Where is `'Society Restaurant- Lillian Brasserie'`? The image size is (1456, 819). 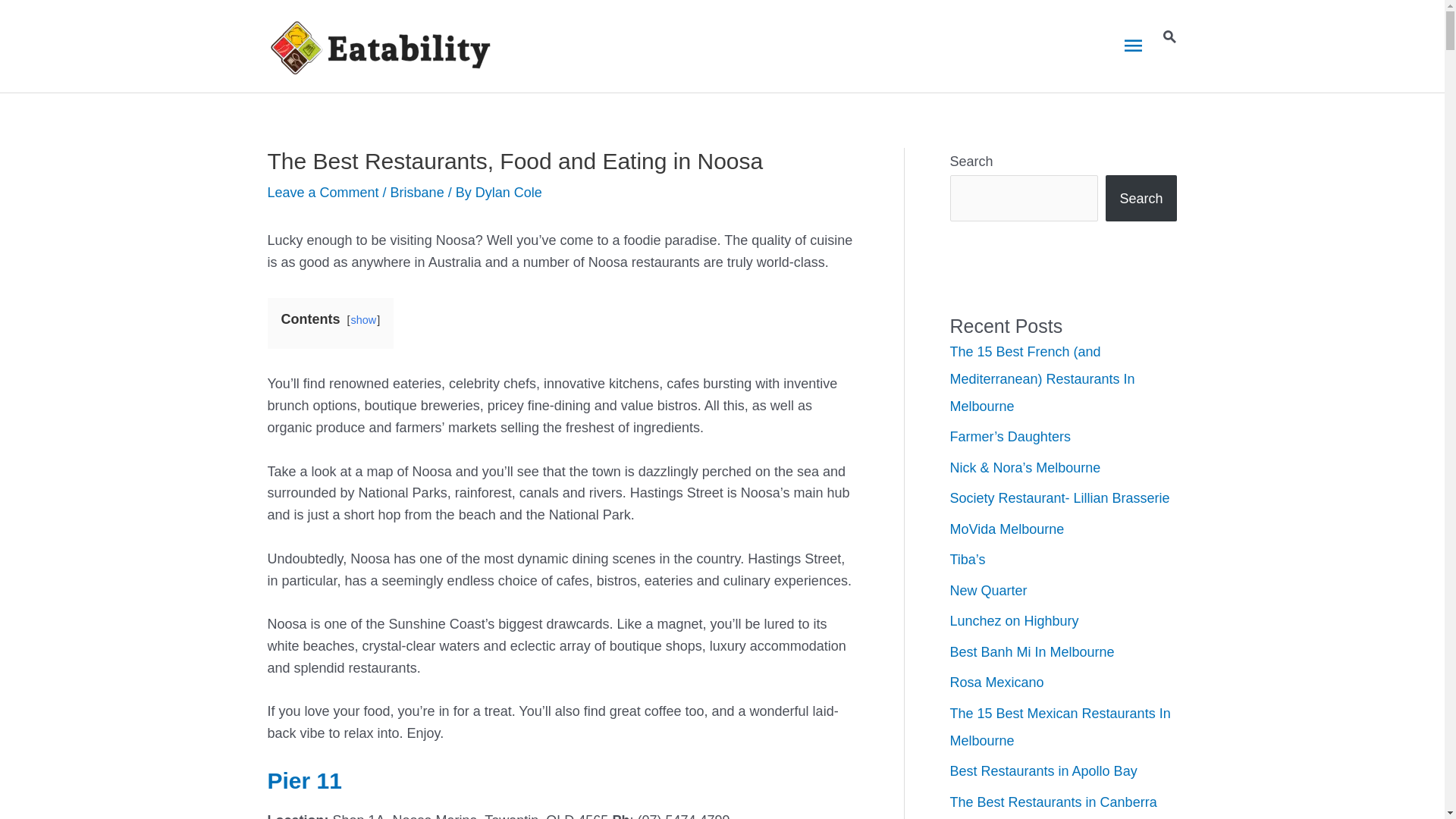
'Society Restaurant- Lillian Brasserie' is located at coordinates (1058, 497).